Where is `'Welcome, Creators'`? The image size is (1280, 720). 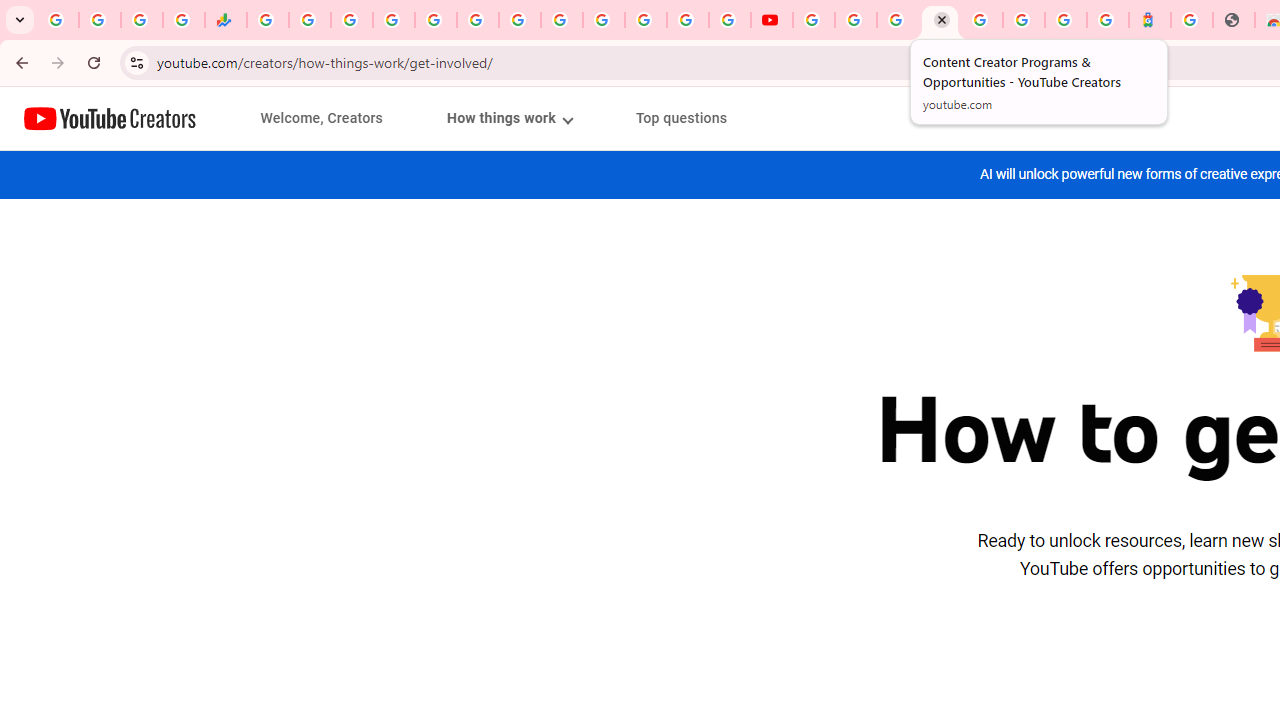 'Welcome, Creators' is located at coordinates (321, 118).